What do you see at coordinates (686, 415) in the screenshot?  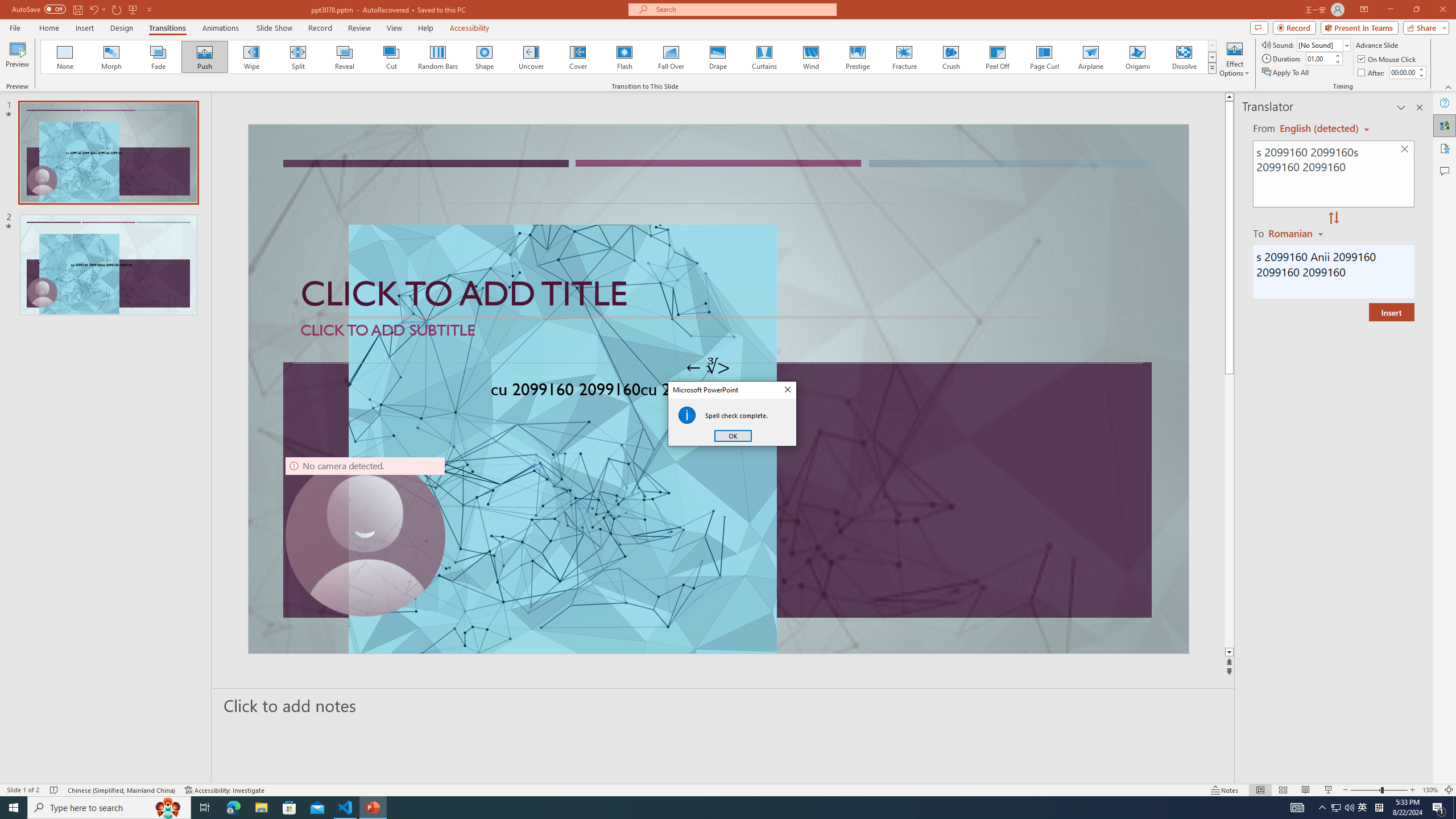 I see `'Class: Static'` at bounding box center [686, 415].